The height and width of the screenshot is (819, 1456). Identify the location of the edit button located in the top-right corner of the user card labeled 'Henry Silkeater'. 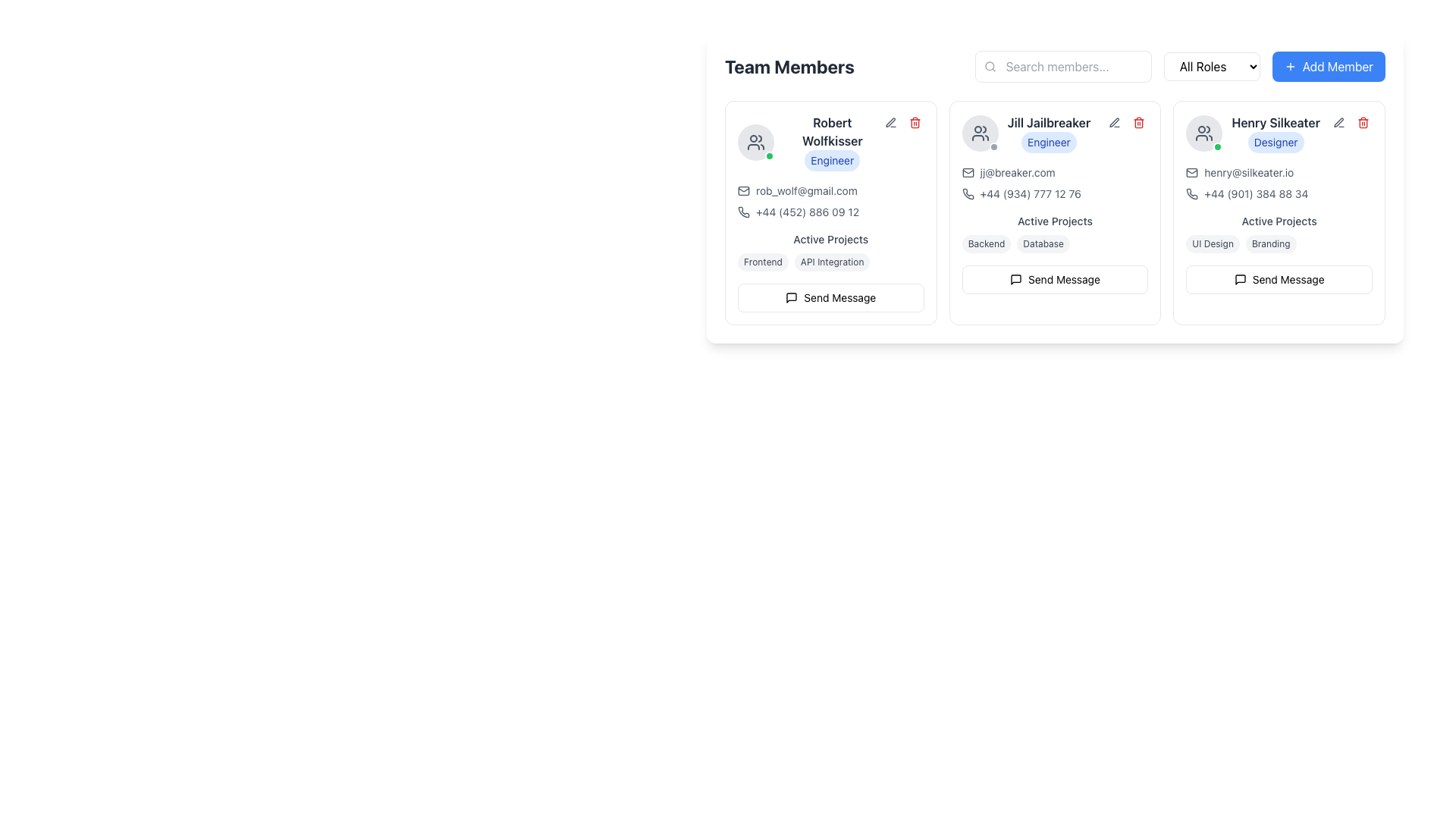
(1339, 122).